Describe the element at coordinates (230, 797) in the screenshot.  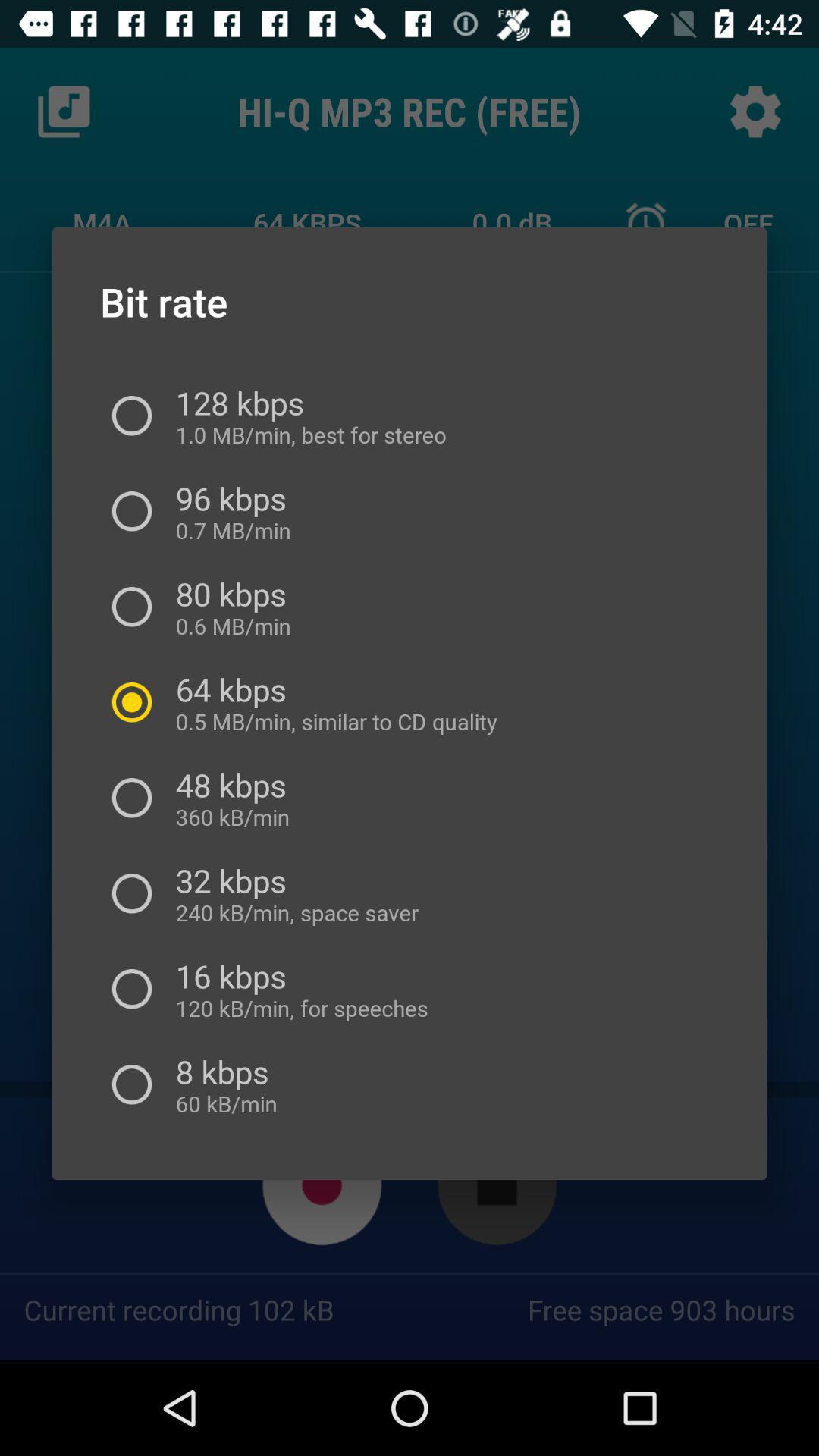
I see `the 48 kbps 360 icon` at that location.